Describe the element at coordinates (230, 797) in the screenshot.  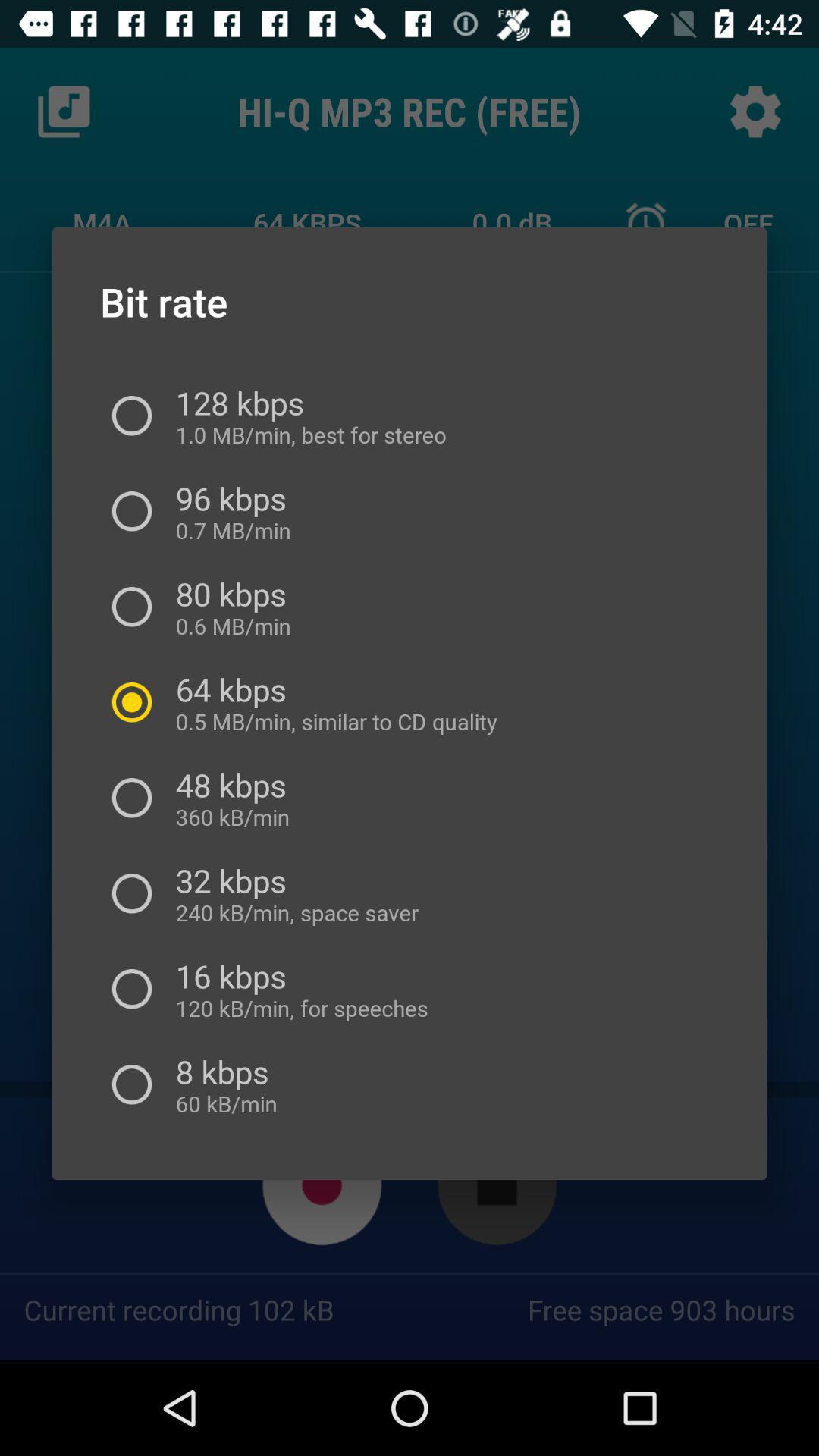
I see `the 48 kbps 360 icon` at that location.